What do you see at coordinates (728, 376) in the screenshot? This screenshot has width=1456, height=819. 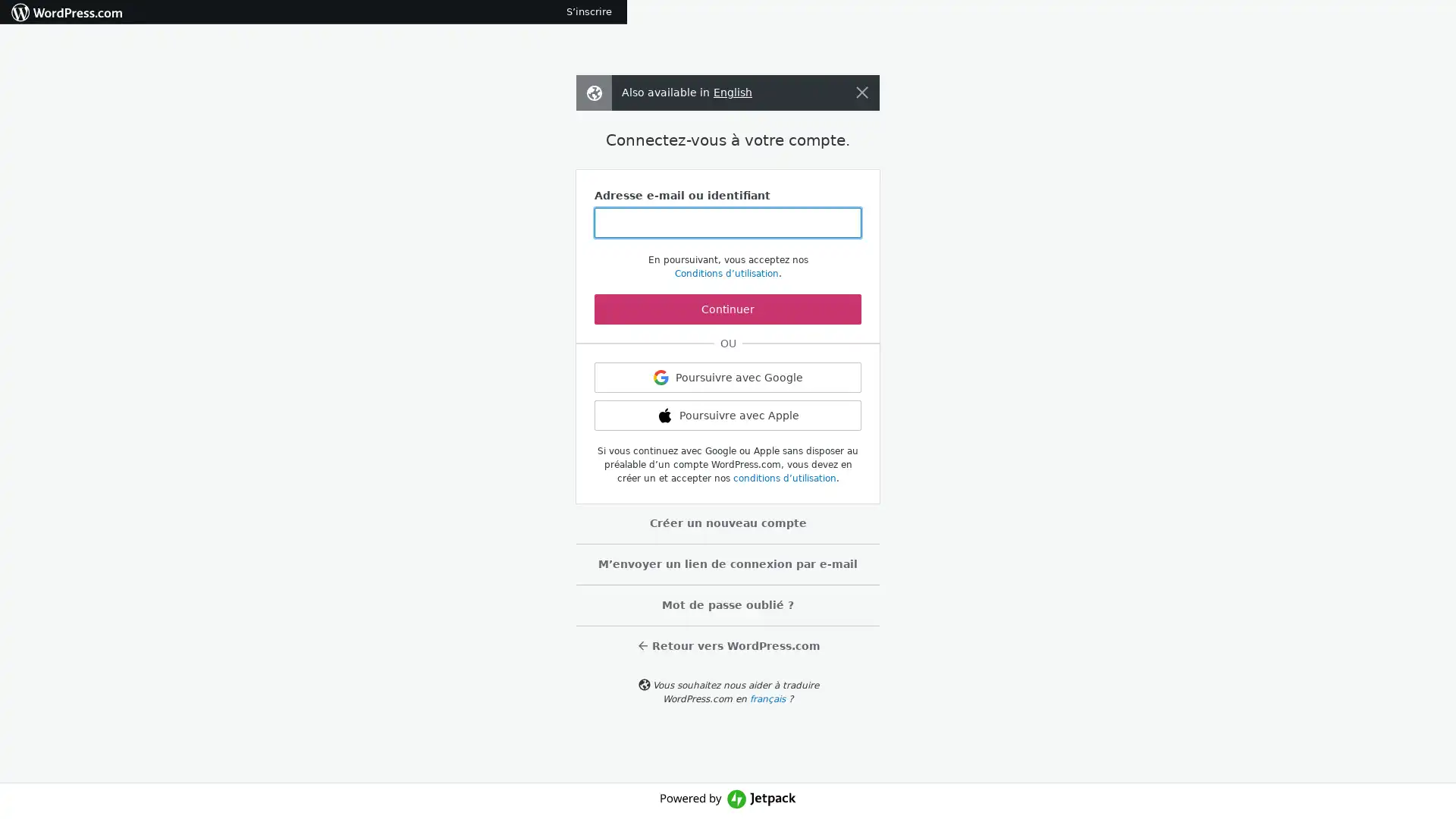 I see `Poursuivre avec Google` at bounding box center [728, 376].